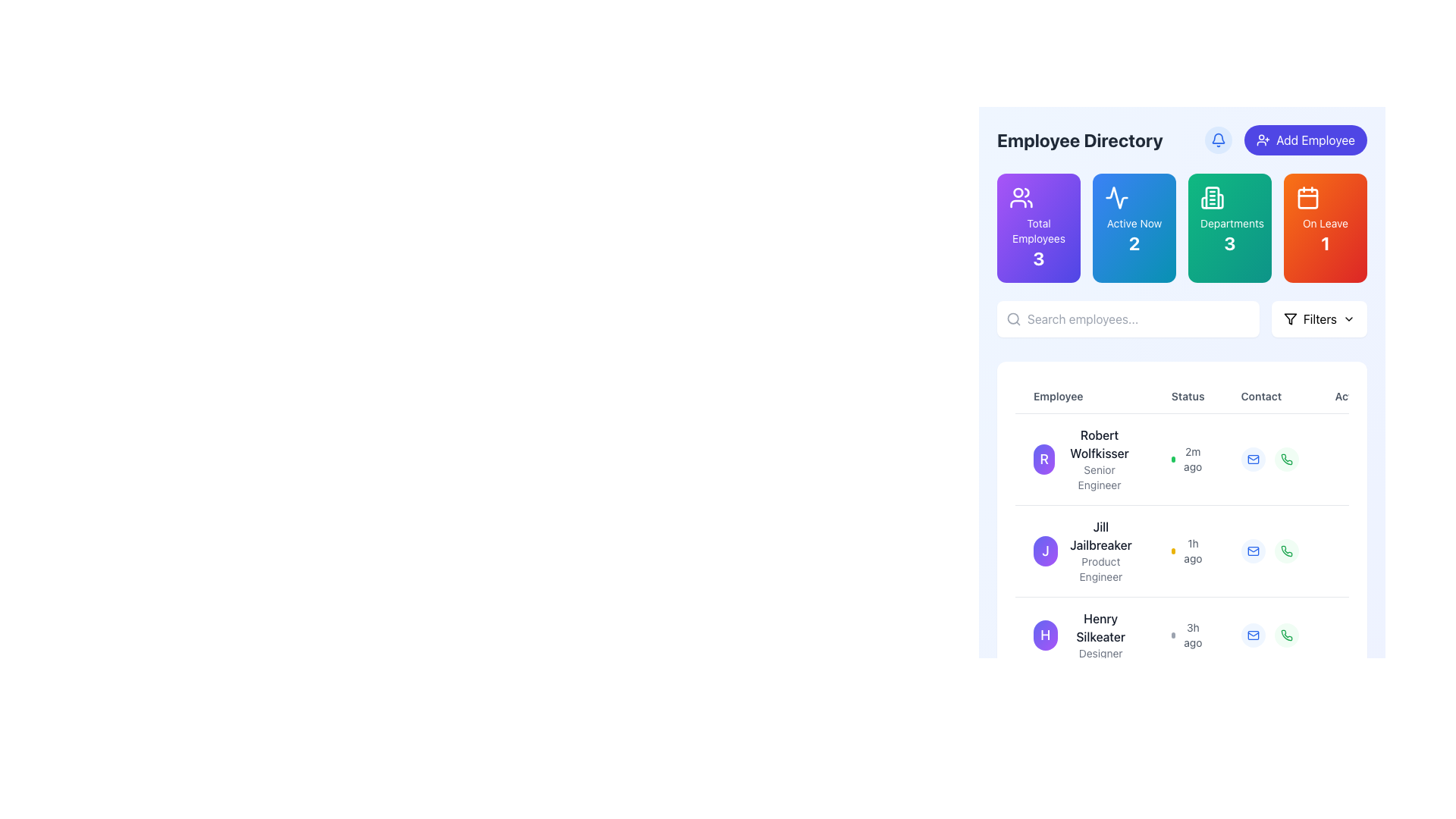 The image size is (1456, 819). I want to click on the email button located in the 'Contact' column of the second row in the Employee Directory interface to compose an email, so click(1252, 551).